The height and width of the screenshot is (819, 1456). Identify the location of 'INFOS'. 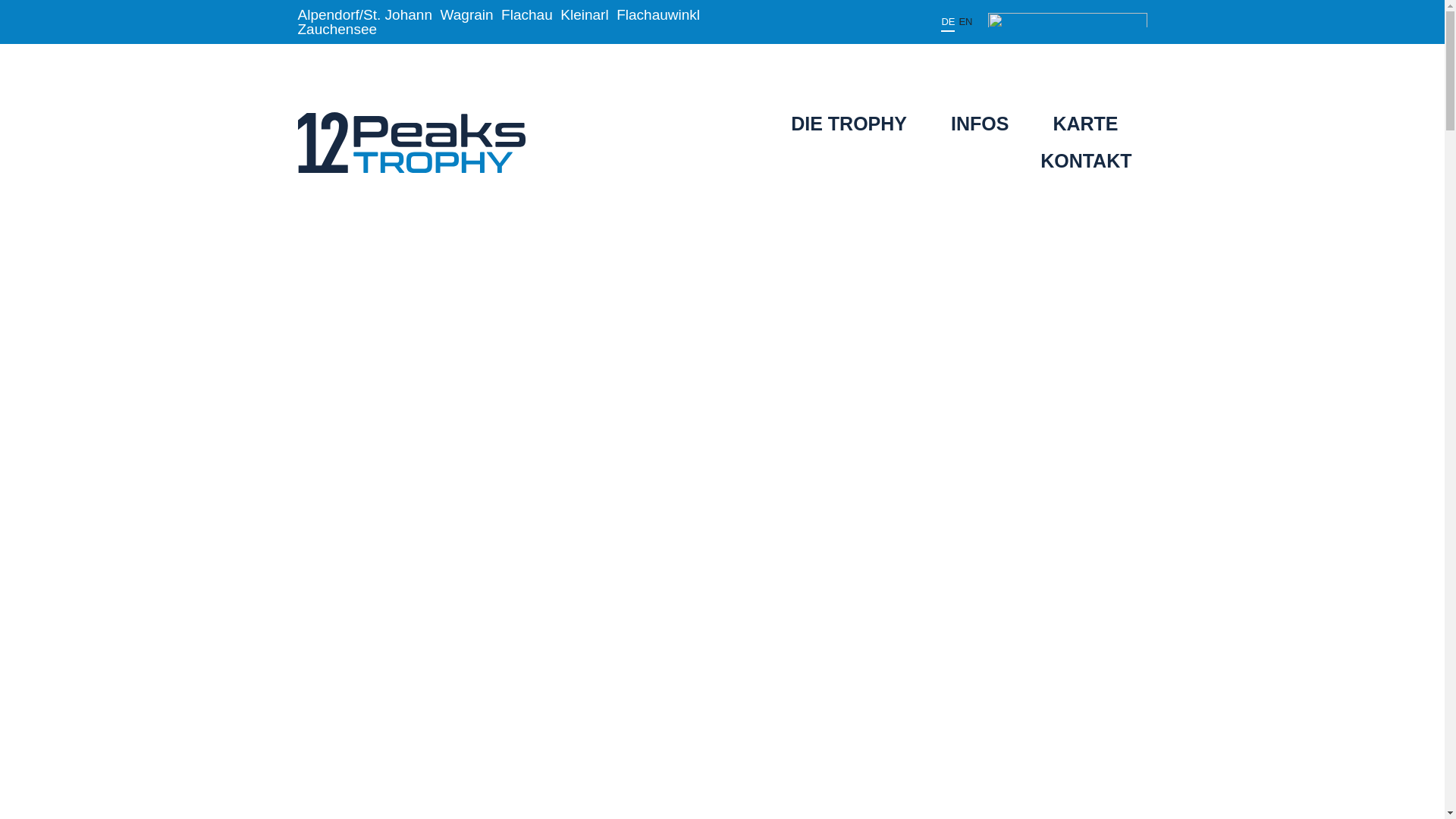
(979, 123).